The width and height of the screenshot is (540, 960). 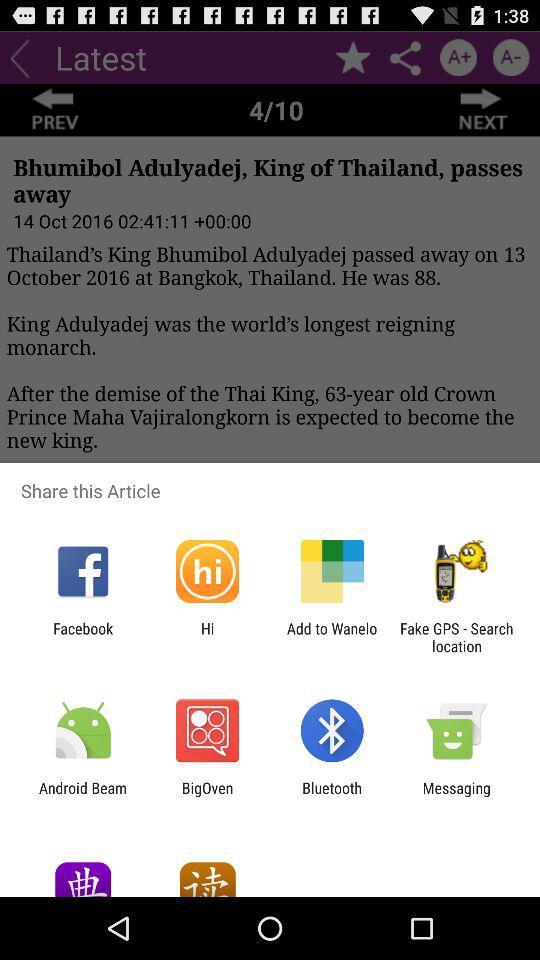 I want to click on the fake gps search item, so click(x=456, y=636).